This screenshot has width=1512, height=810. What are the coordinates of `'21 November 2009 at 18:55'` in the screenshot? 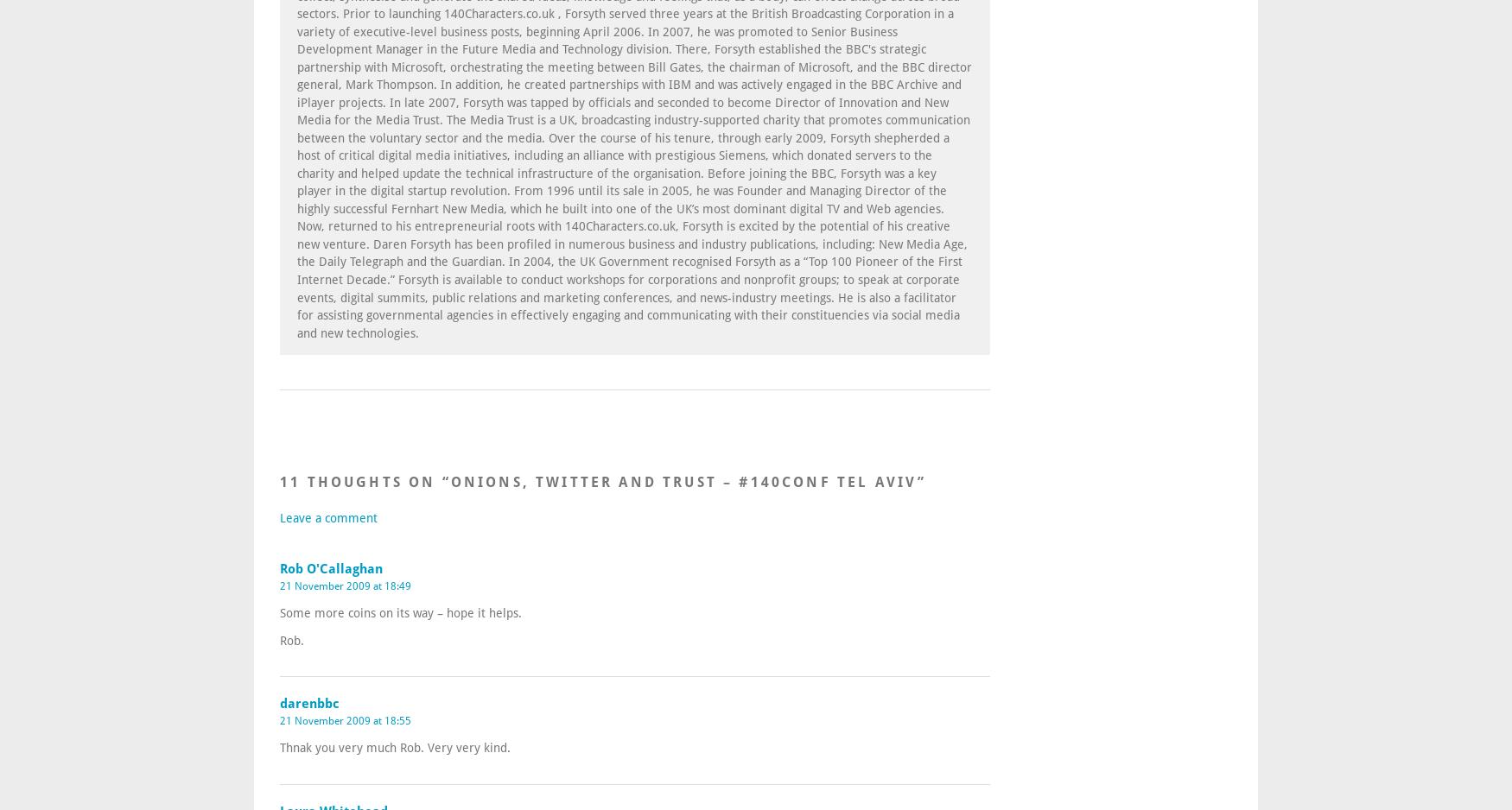 It's located at (345, 719).